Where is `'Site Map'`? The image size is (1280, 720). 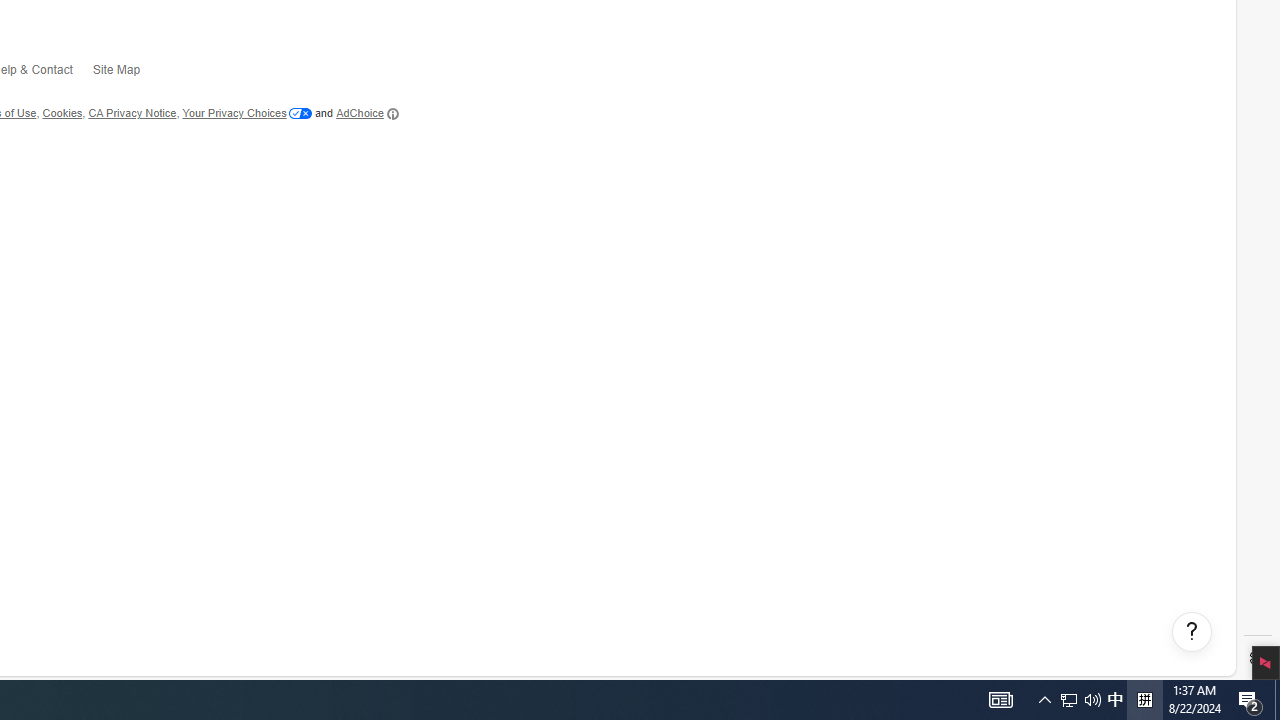
'Site Map' is located at coordinates (125, 72).